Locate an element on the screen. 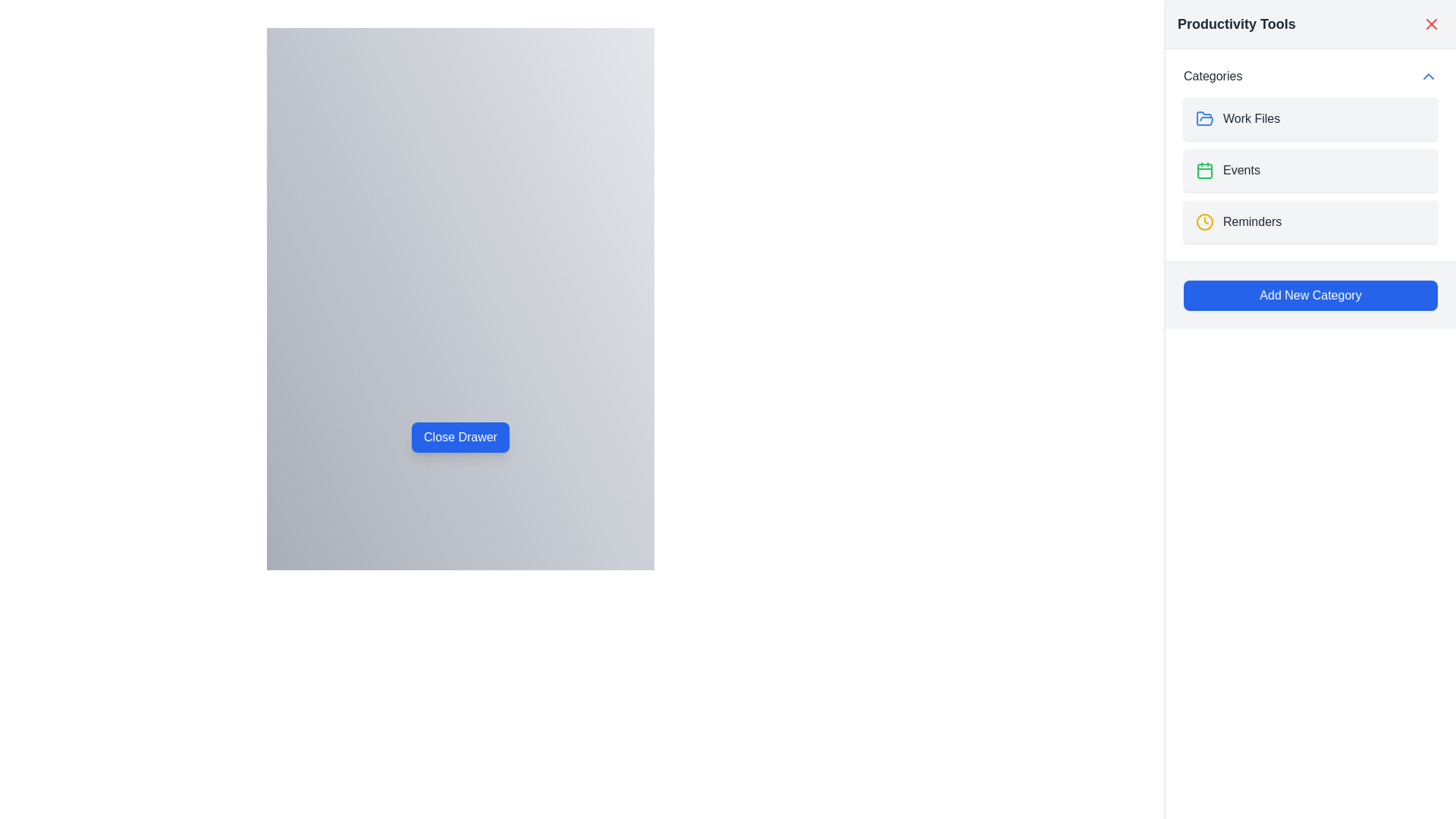  the close button located in the top-right corner of the 'Productivity Tools' sidebar is located at coordinates (1430, 24).